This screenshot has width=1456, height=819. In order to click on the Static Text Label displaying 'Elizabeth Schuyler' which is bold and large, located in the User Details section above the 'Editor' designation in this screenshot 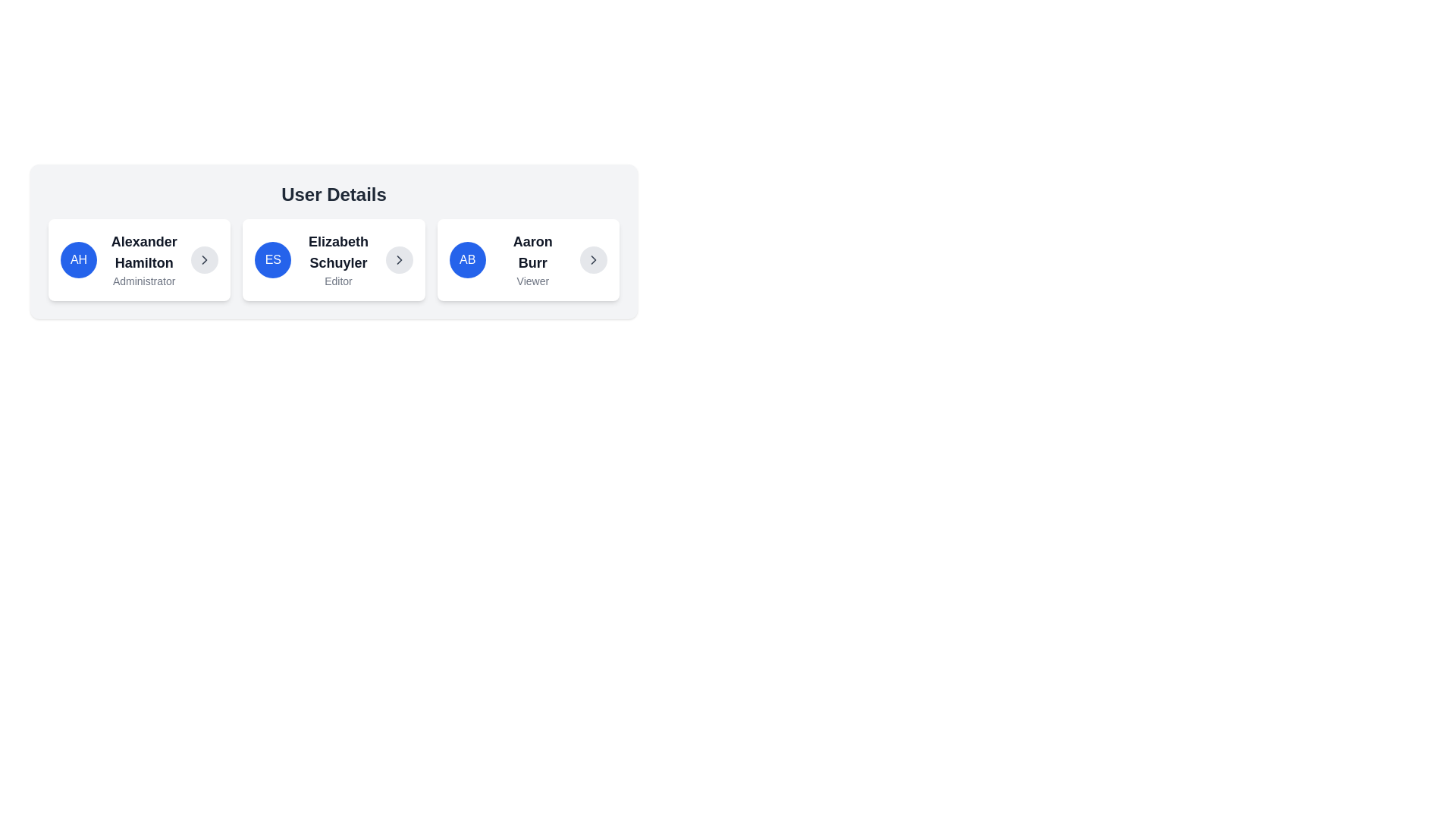, I will do `click(337, 251)`.